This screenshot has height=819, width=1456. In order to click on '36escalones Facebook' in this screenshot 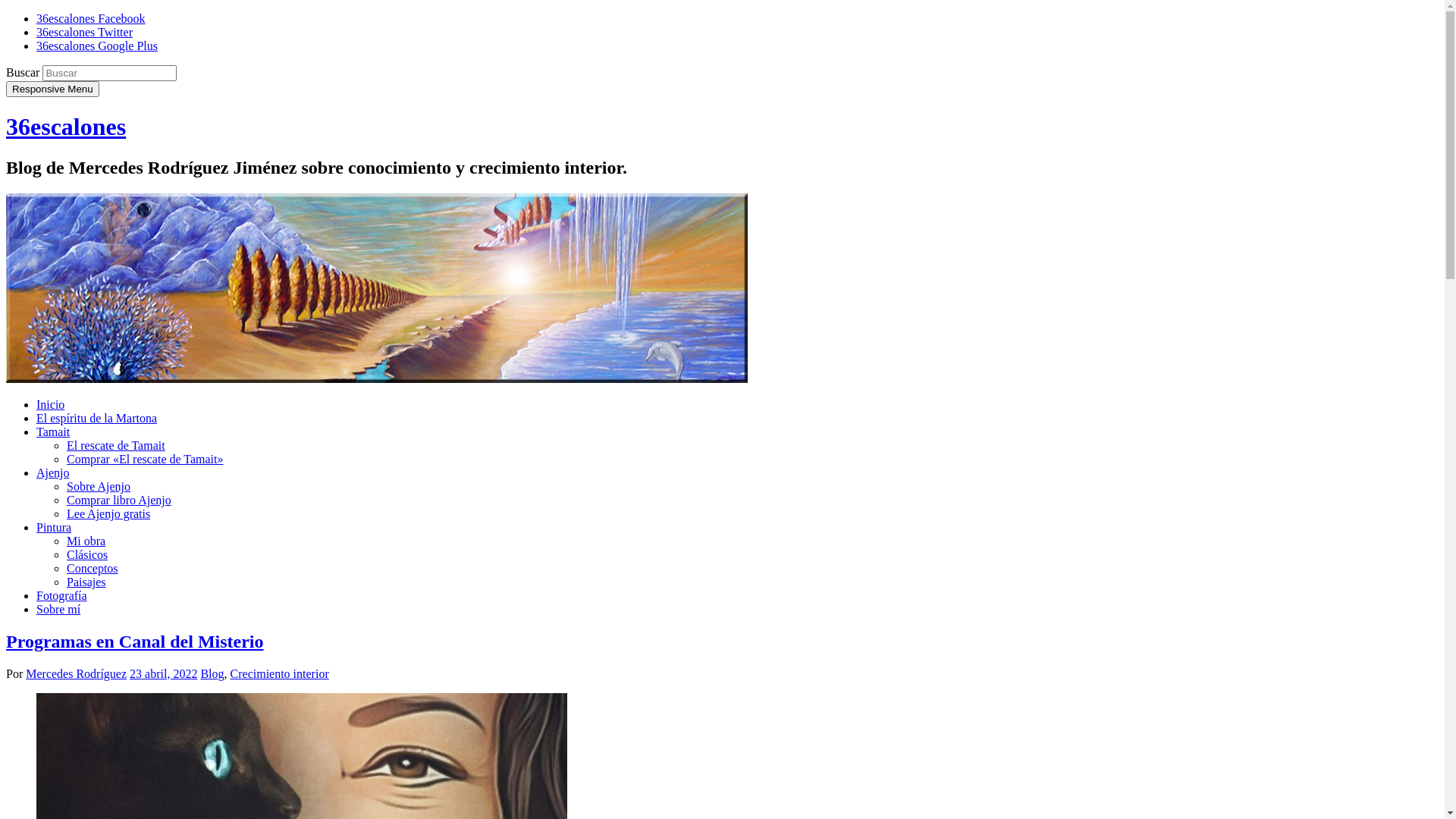, I will do `click(90, 18)`.